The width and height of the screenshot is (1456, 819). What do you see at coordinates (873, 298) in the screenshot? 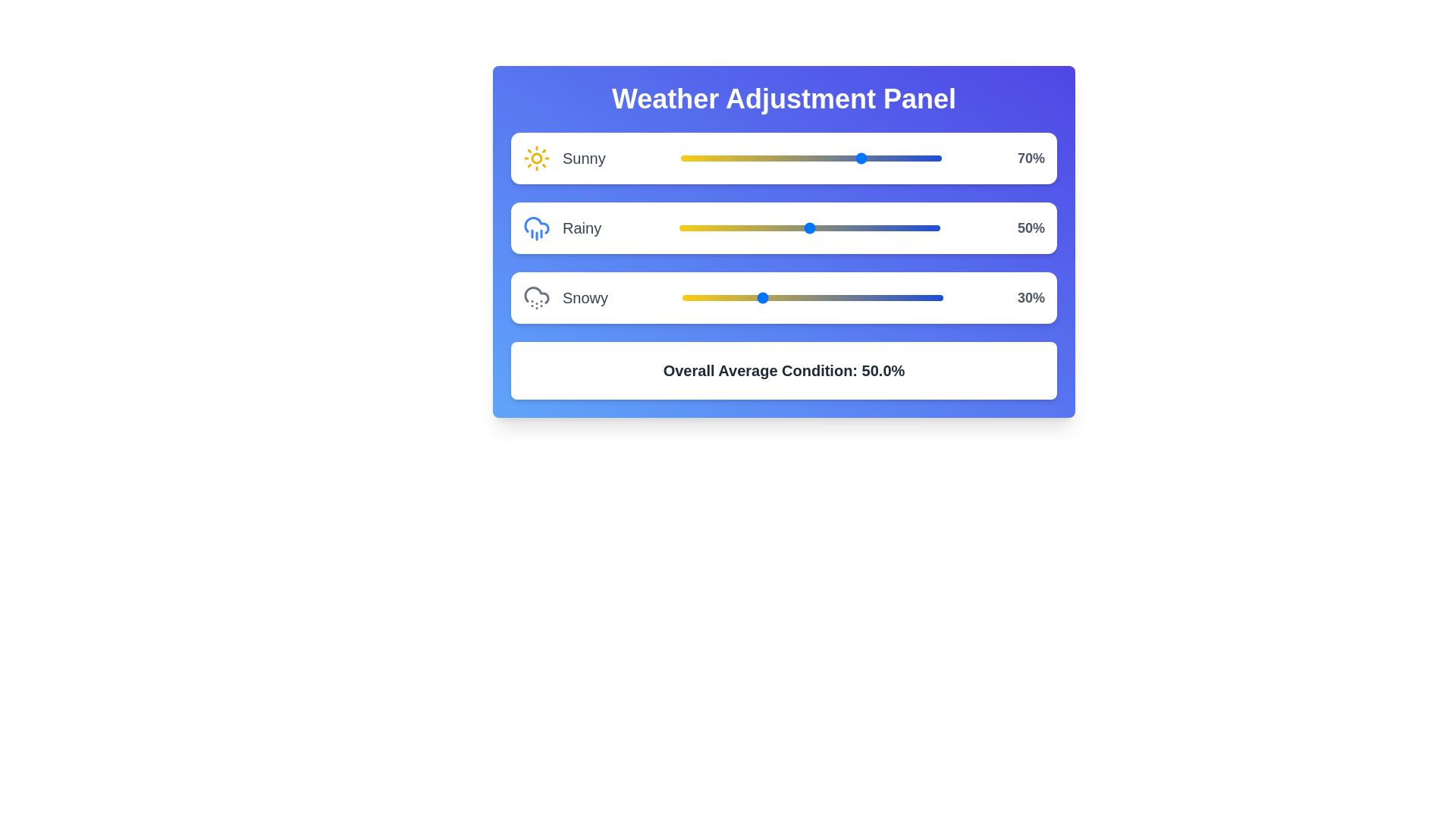
I see `the value of the slider` at bounding box center [873, 298].